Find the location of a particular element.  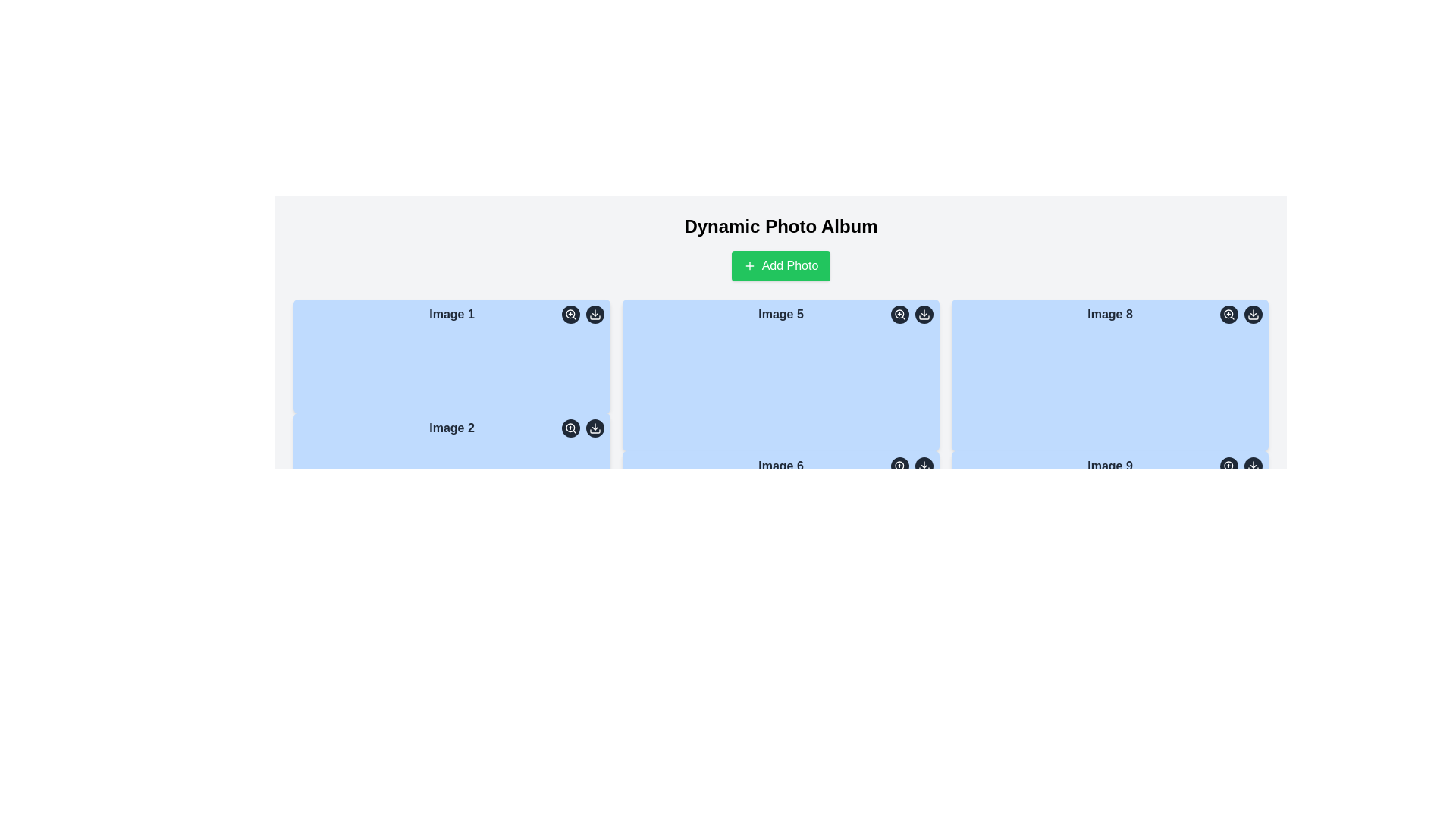

the circular gray download button located at the top-right corner of the 'Image 5' box, which is the second icon in the small icon group adjacent to that image, to download the image is located at coordinates (924, 314).